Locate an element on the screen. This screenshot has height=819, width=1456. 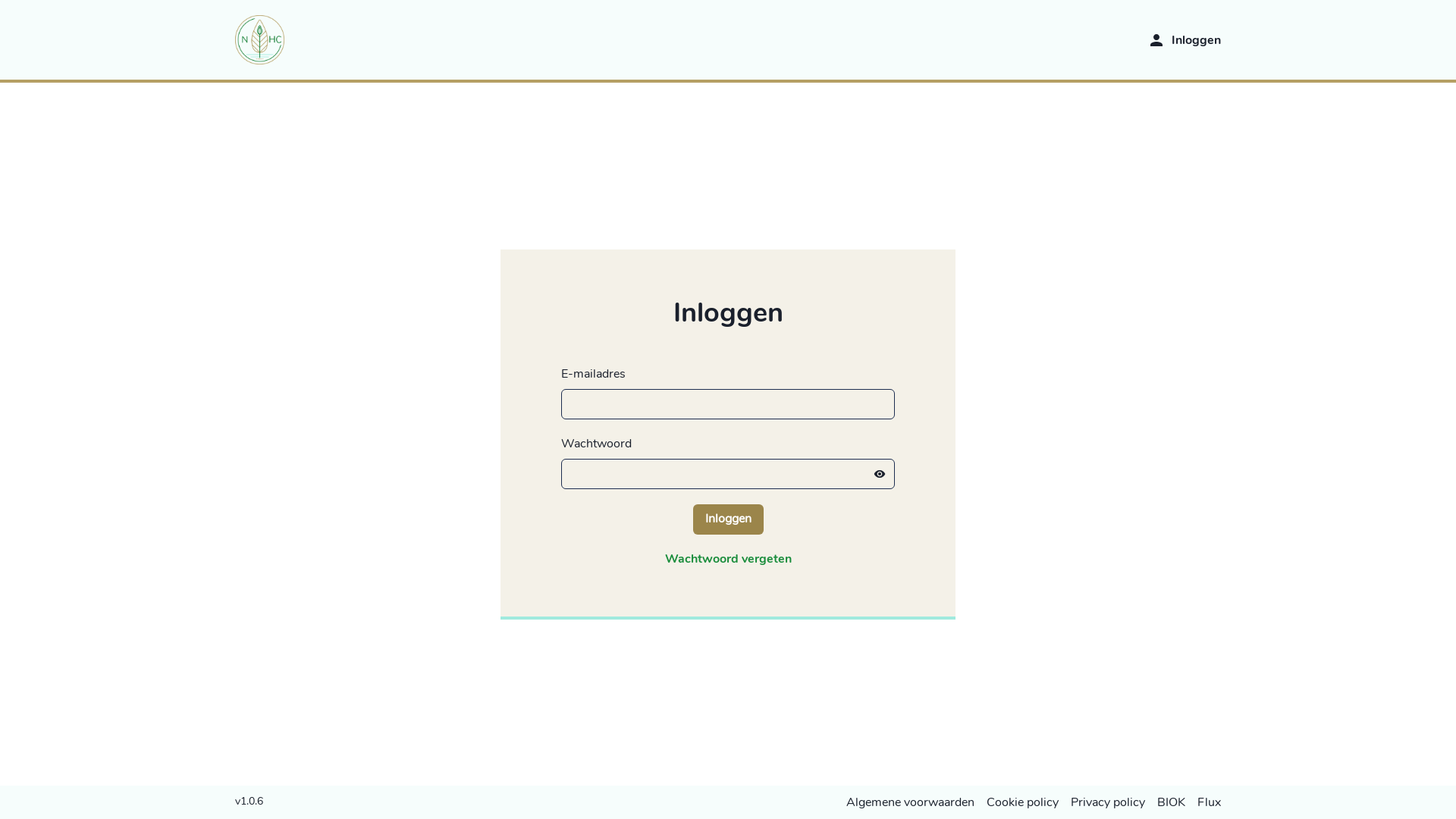
'Wachtwoord vergeten' is located at coordinates (726, 558).